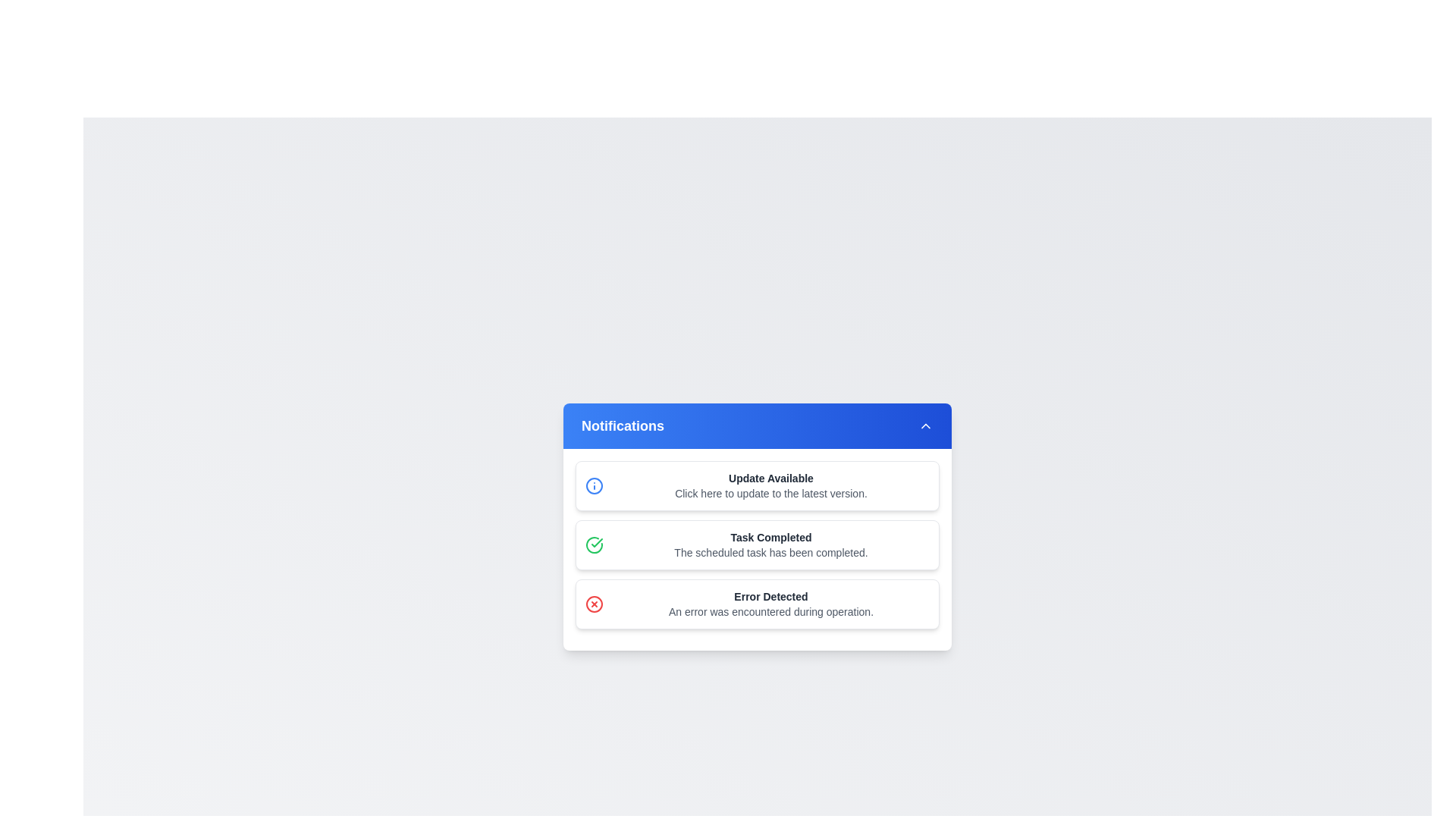  Describe the element at coordinates (771, 479) in the screenshot. I see `the bold heading text label that indicates an available update within the notification card at the top of the notifications list` at that location.